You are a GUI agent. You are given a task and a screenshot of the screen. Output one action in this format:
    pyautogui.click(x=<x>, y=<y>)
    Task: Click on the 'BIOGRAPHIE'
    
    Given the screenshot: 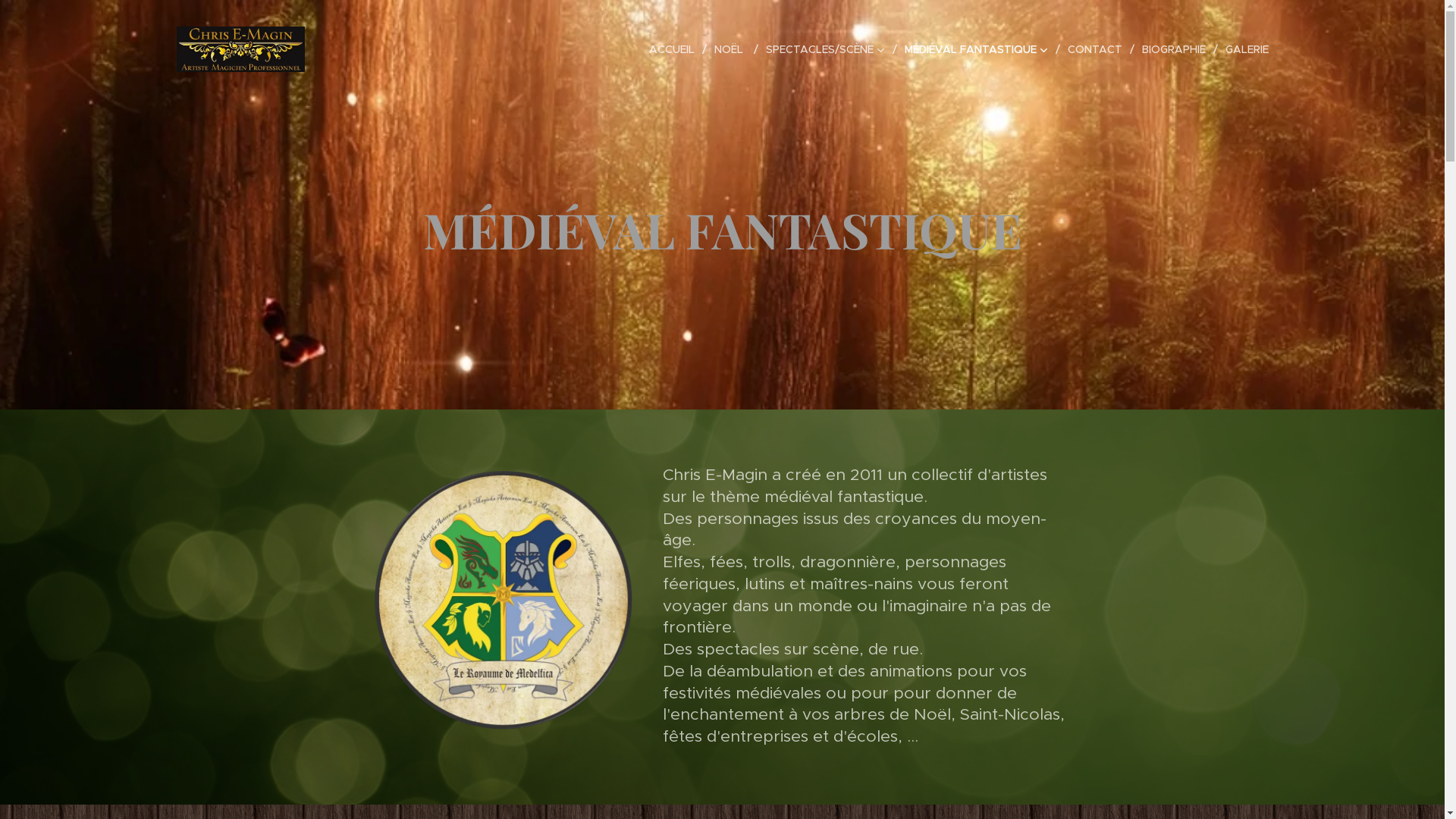 What is the action you would take?
    pyautogui.click(x=1175, y=49)
    